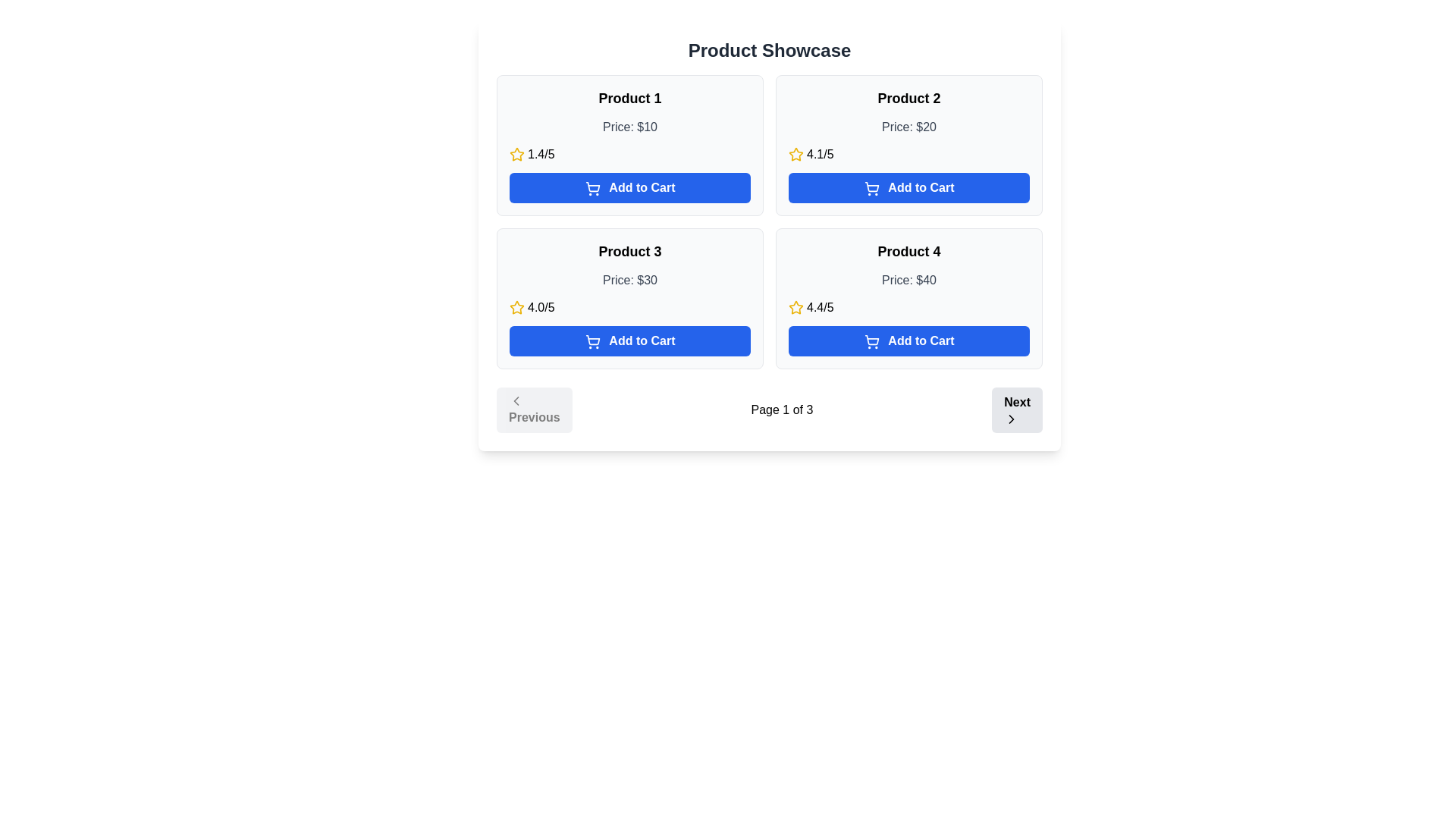 This screenshot has width=1456, height=819. I want to click on the 'Add to Cart' button with a blue background and white text, located in the bottom-right section of 'Product 4', so click(909, 341).